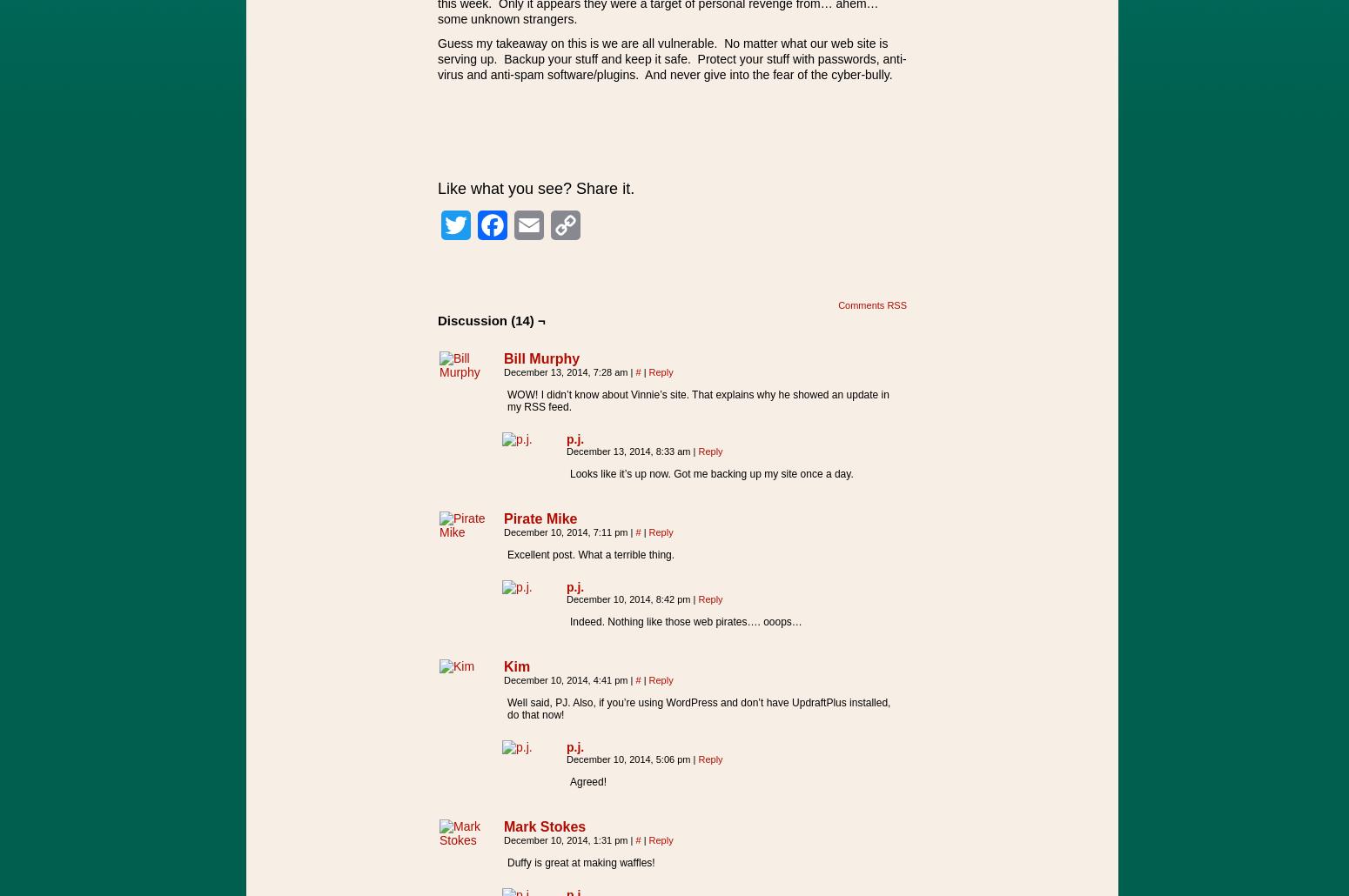 This screenshot has height=896, width=1349. What do you see at coordinates (503, 839) in the screenshot?
I see `'December 10, 2014, 1:31 pm'` at bounding box center [503, 839].